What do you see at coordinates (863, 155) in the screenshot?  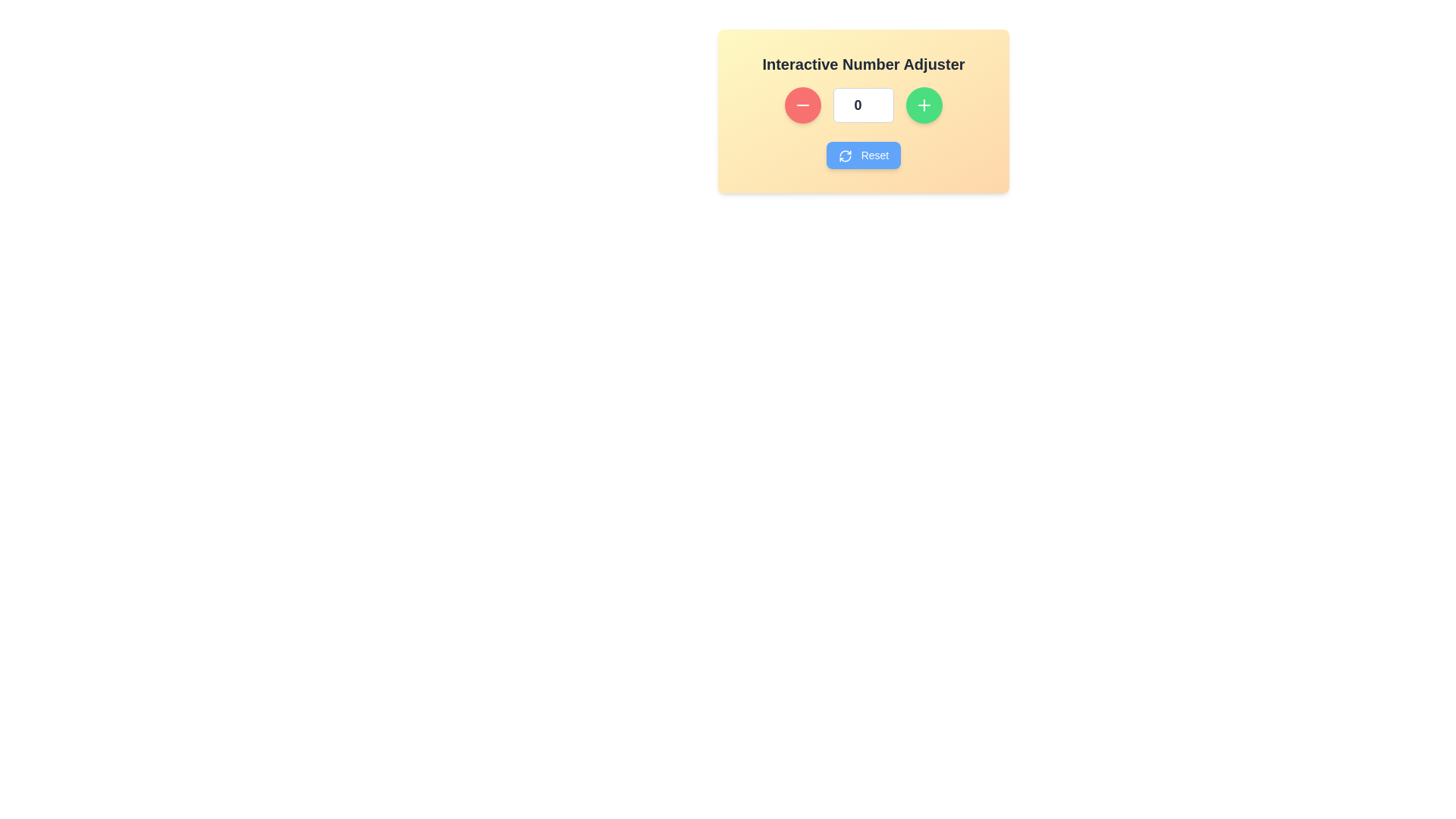 I see `the reset button located below the numerical display` at bounding box center [863, 155].